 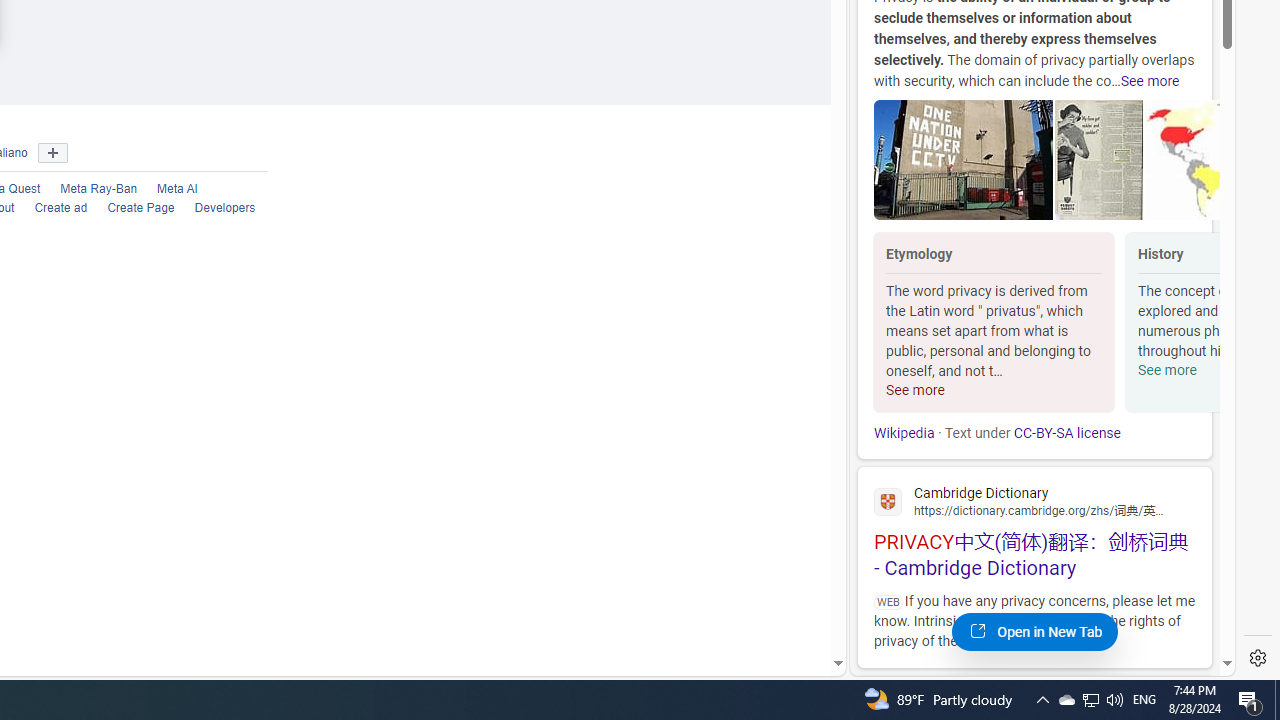 I want to click on 'Developers', so click(x=215, y=208).